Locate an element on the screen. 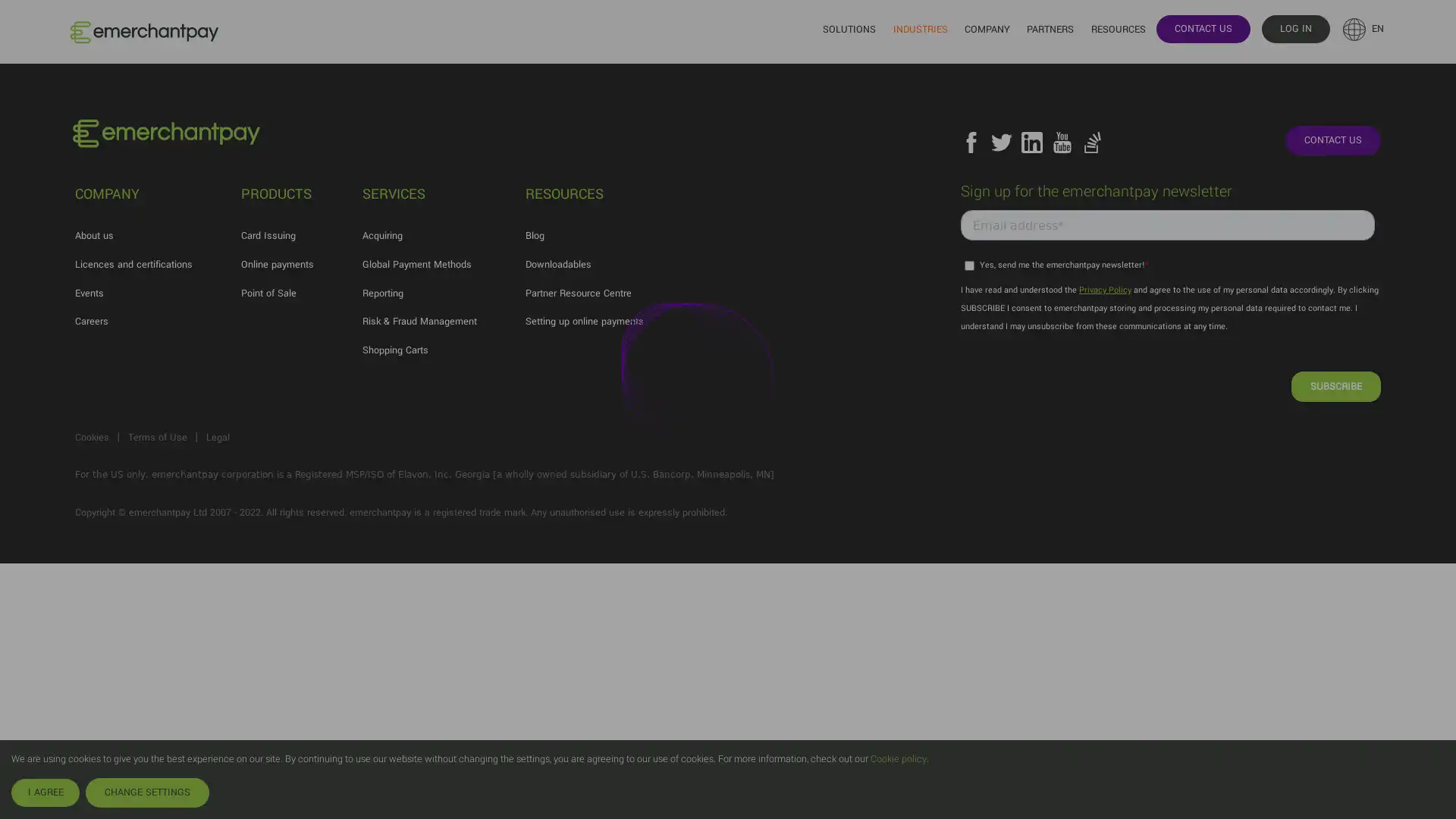 This screenshot has height=819, width=1456. LOG IN is located at coordinates (1294, 28).